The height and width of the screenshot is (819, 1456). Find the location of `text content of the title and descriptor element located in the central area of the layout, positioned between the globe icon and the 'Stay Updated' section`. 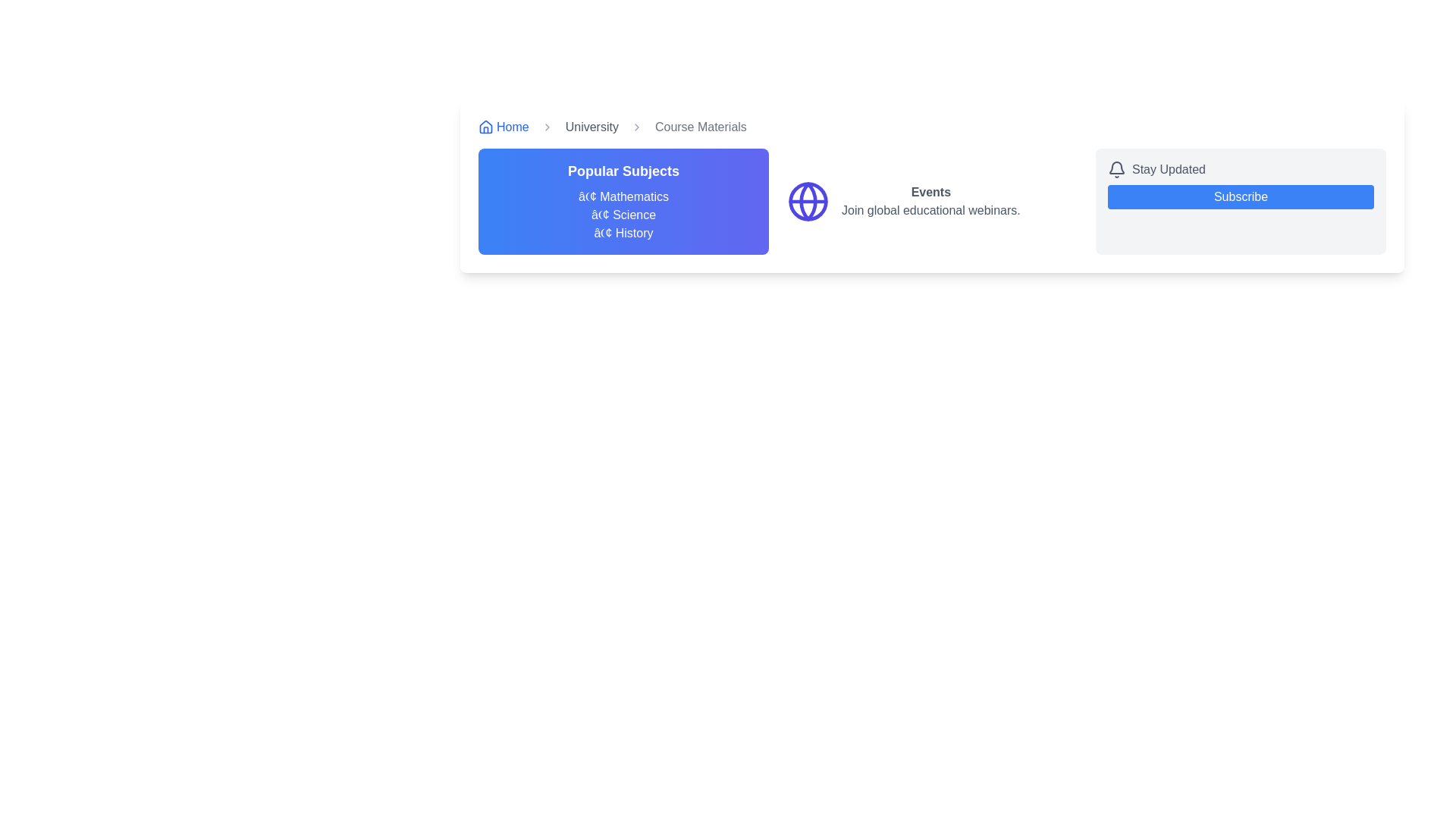

text content of the title and descriptor element located in the central area of the layout, positioned between the globe icon and the 'Stay Updated' section is located at coordinates (930, 201).